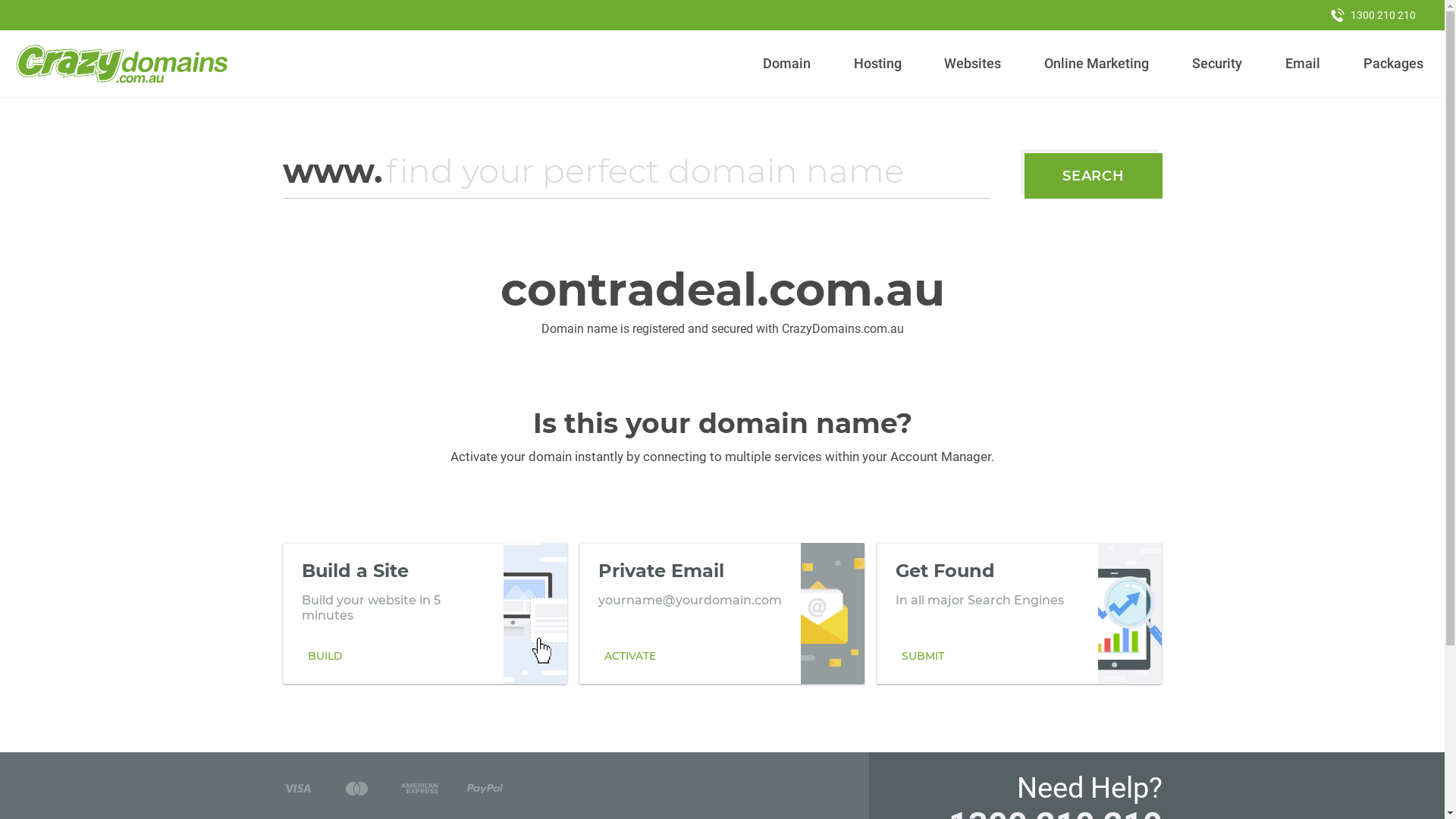  Describe the element at coordinates (1373, 14) in the screenshot. I see `'1300 210 210'` at that location.